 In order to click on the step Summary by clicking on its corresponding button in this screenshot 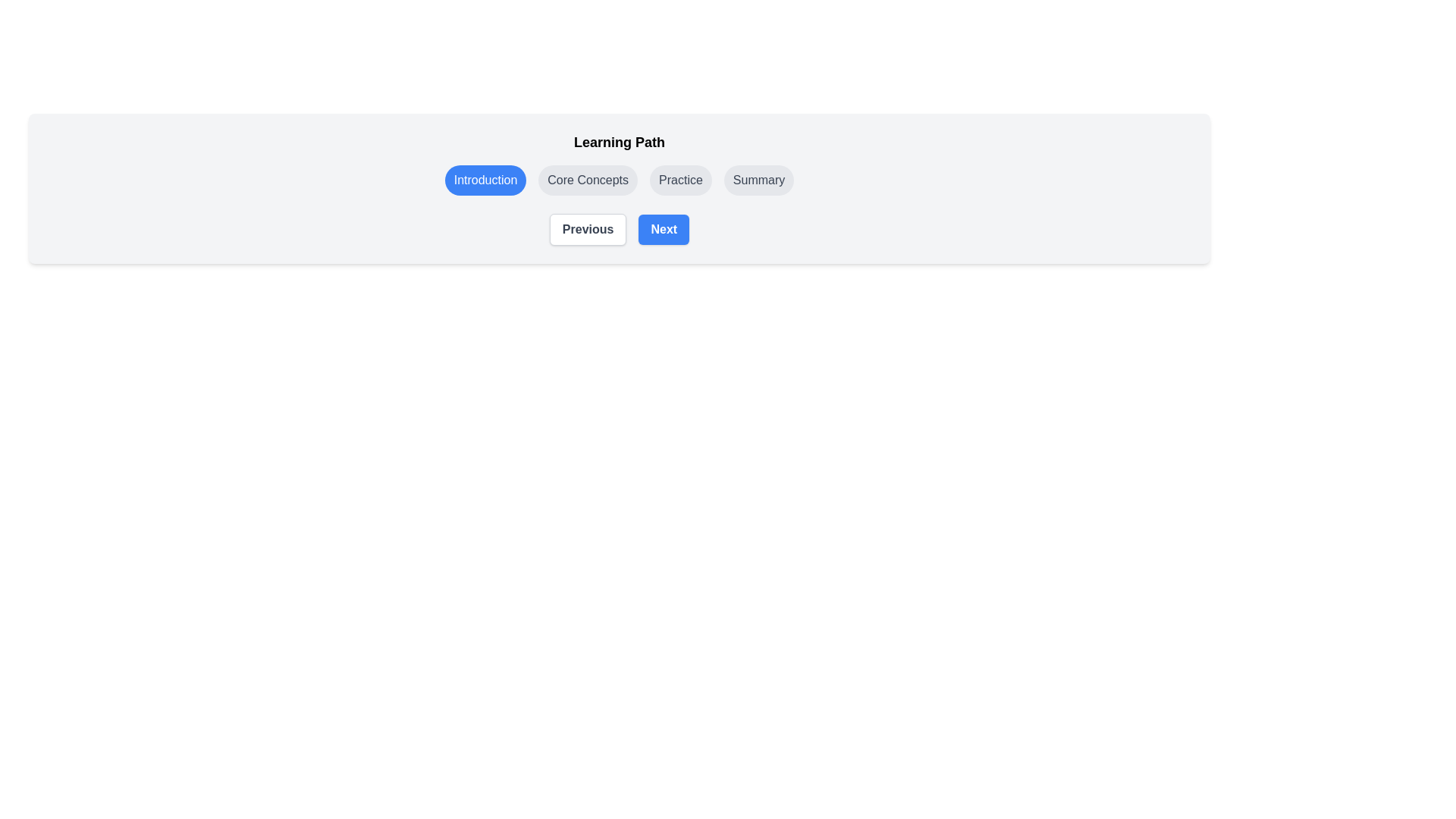, I will do `click(759, 180)`.